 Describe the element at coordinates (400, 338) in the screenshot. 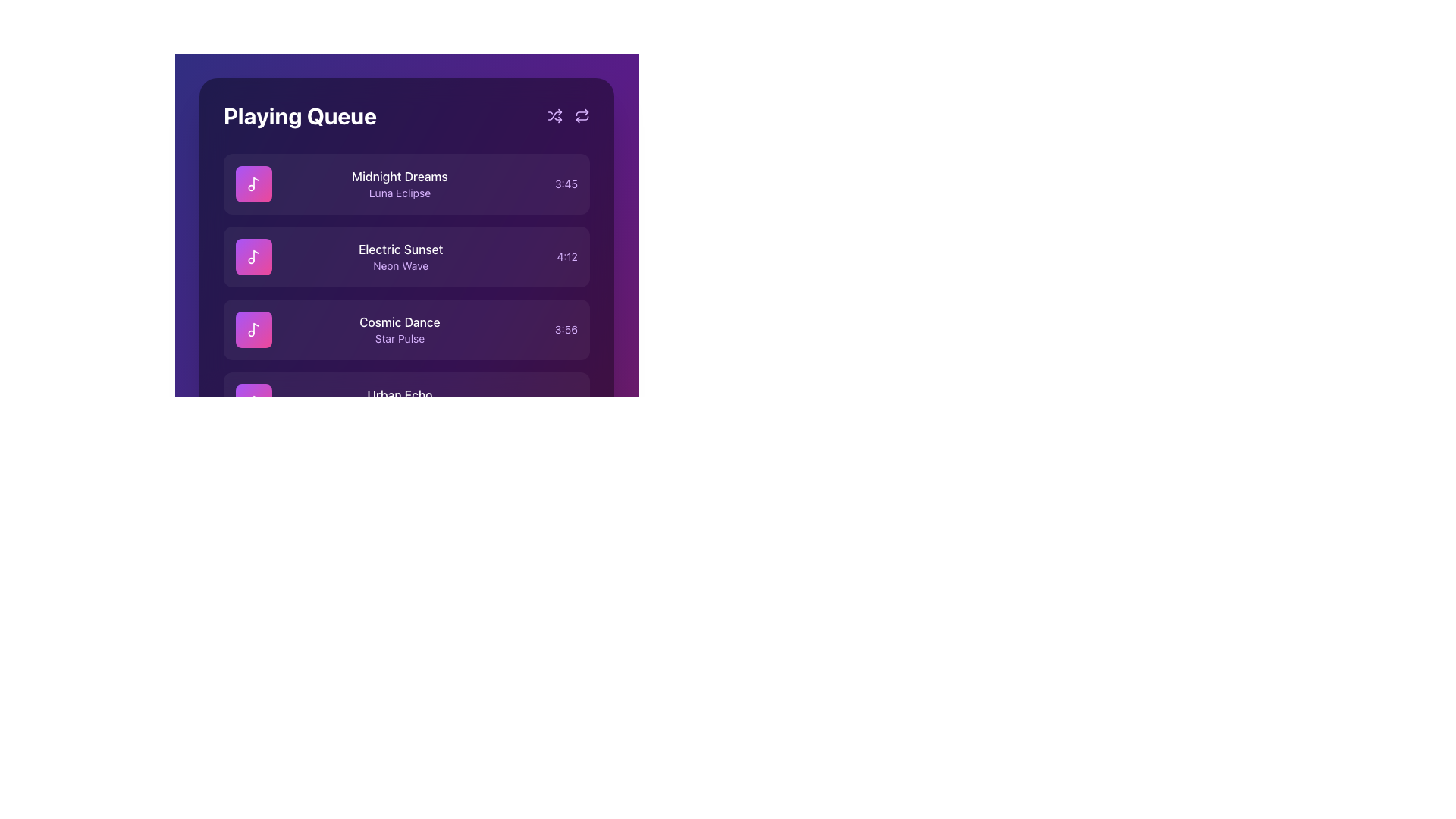

I see `the text label displaying 'Star Pulse', which is styled in light purple and positioned directly below the larger label 'Cosmic Dance'` at that location.